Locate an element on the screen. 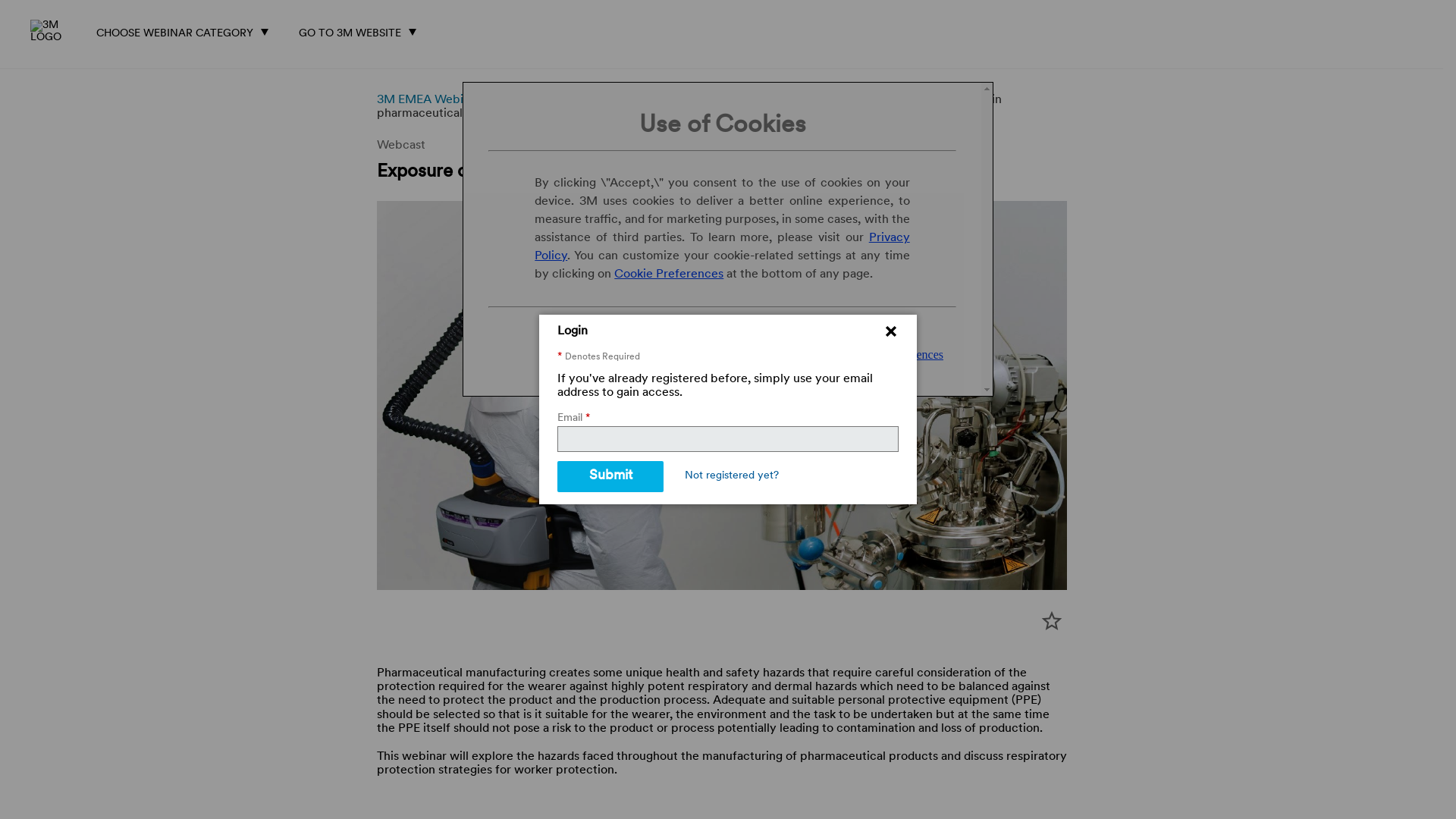 This screenshot has height=819, width=1456. 'CHOOSE WEBINAR CATEGORY' is located at coordinates (185, 30).